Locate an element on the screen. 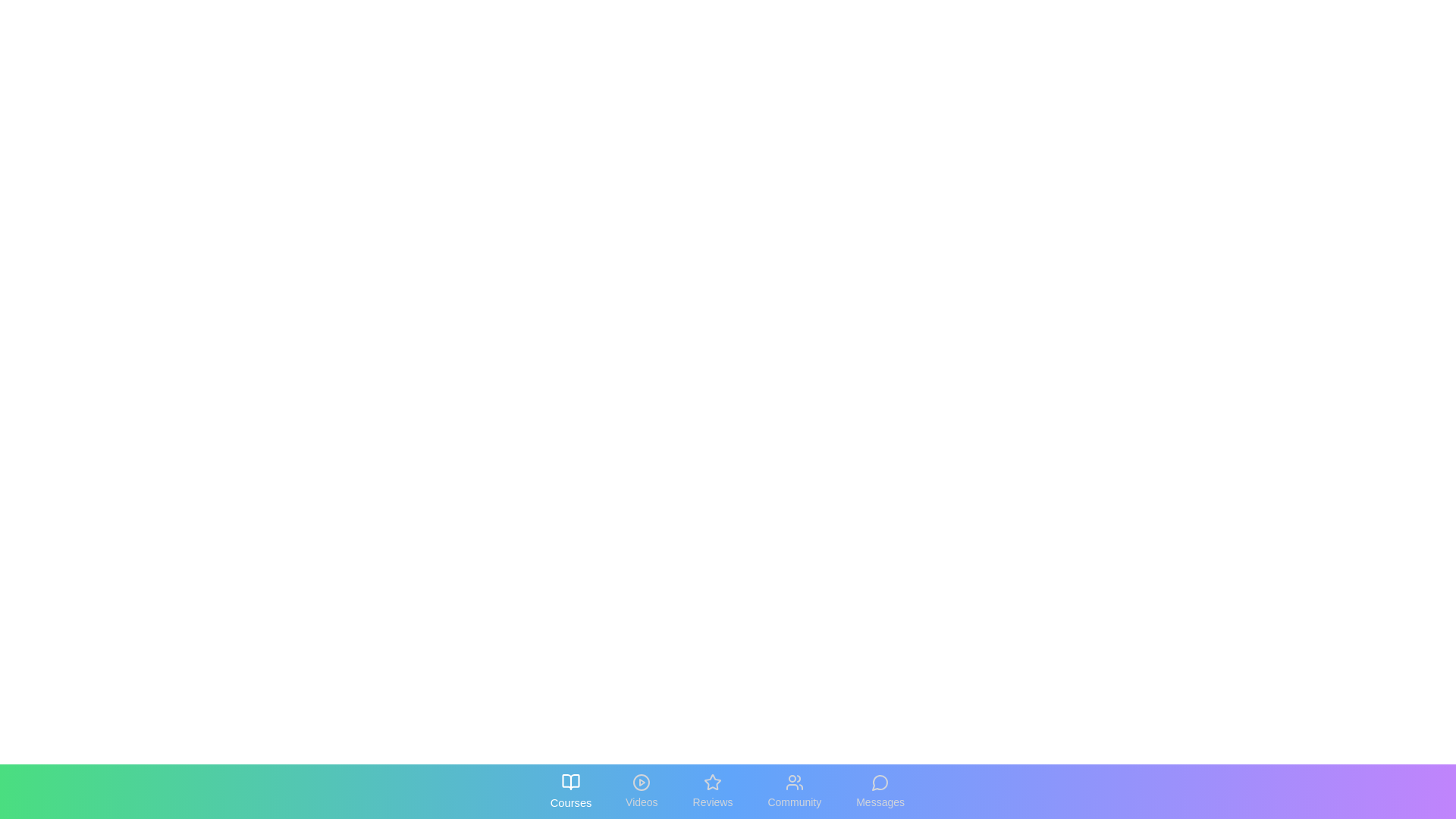 Image resolution: width=1456 pixels, height=819 pixels. the tab labeled Courses to reveal its interactive state is located at coordinates (570, 791).